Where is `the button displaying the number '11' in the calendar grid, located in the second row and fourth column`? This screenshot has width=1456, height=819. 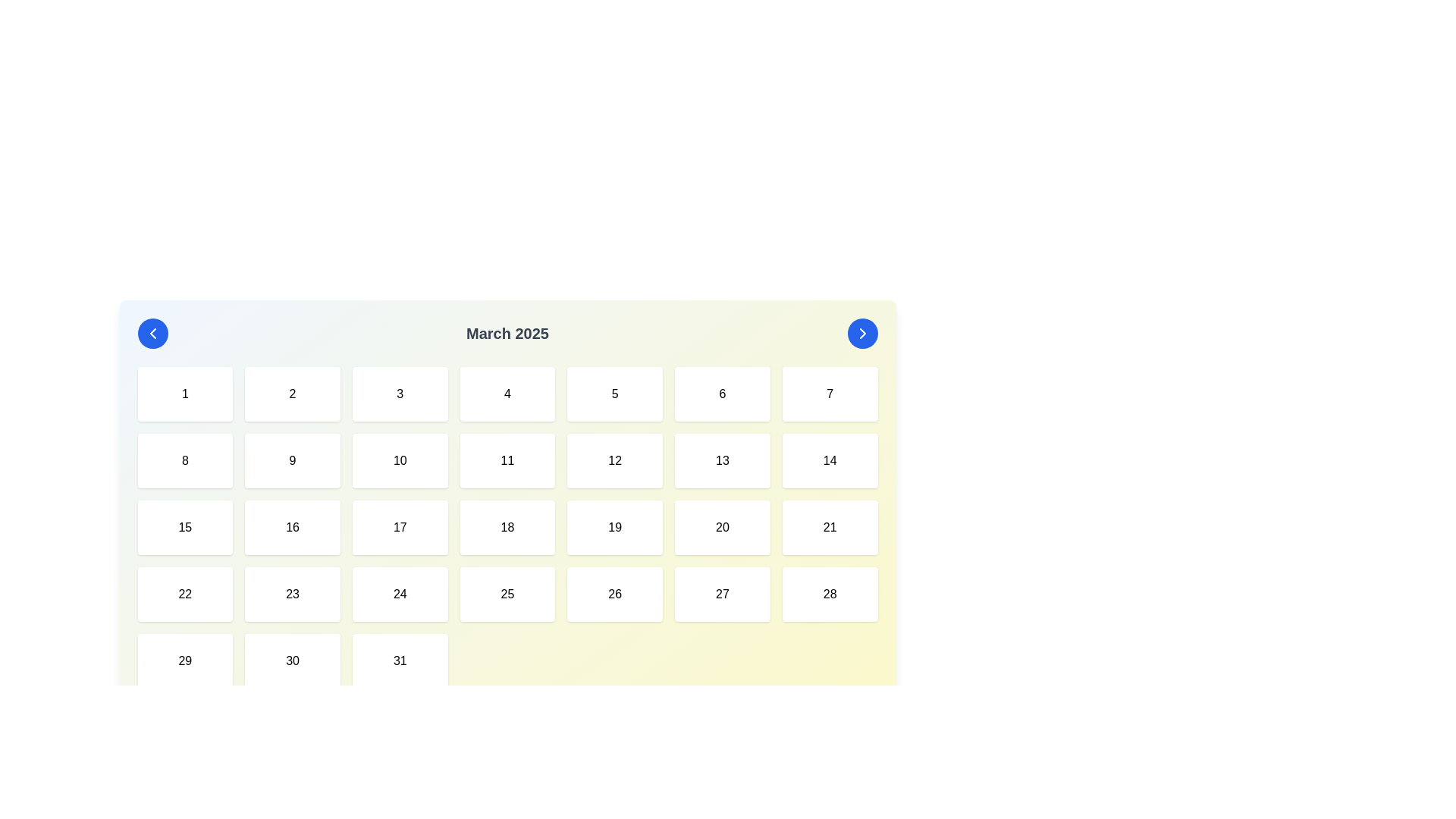 the button displaying the number '11' in the calendar grid, located in the second row and fourth column is located at coordinates (507, 460).